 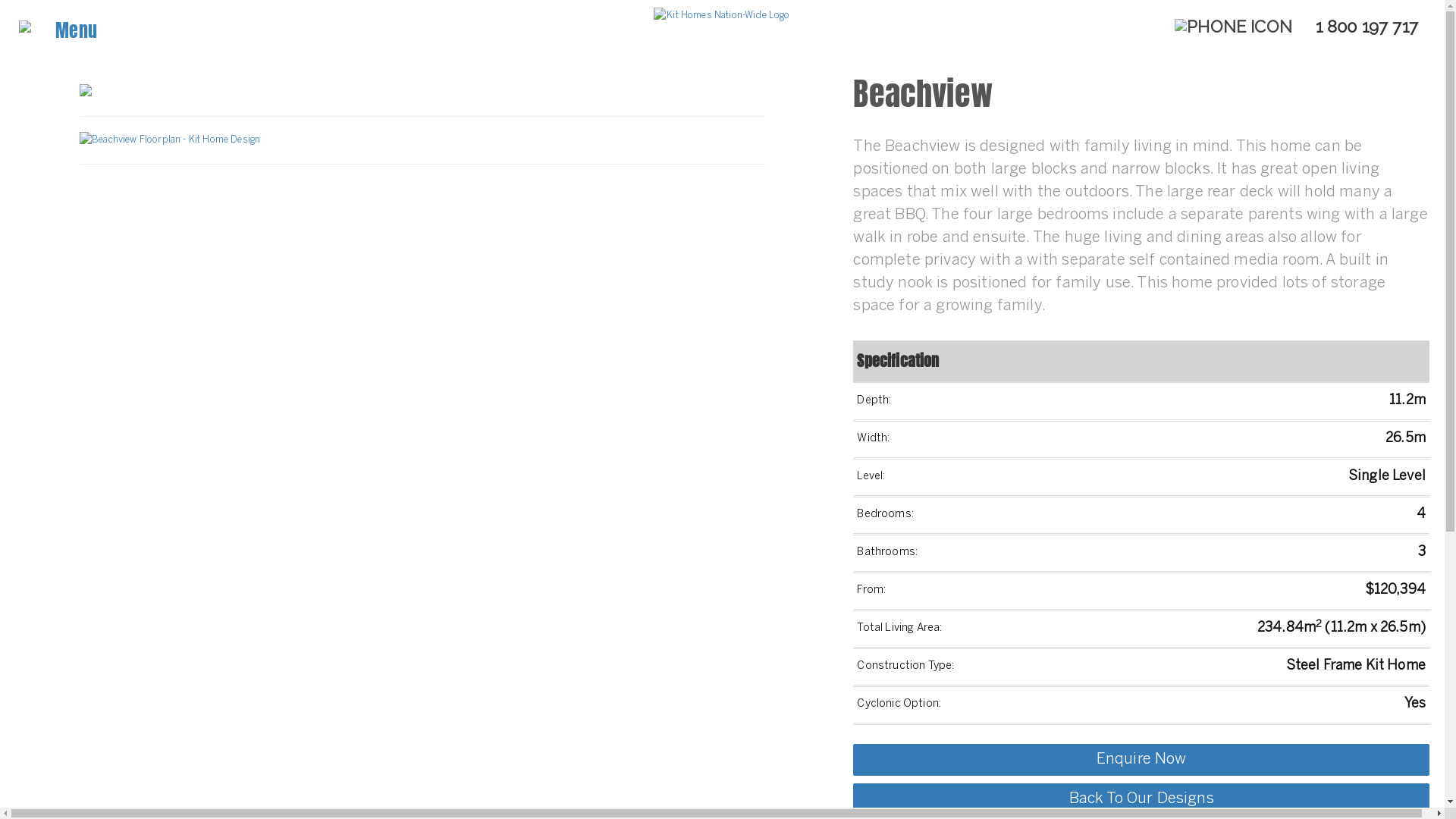 What do you see at coordinates (1295, 27) in the screenshot?
I see `'    1 800 197 717'` at bounding box center [1295, 27].